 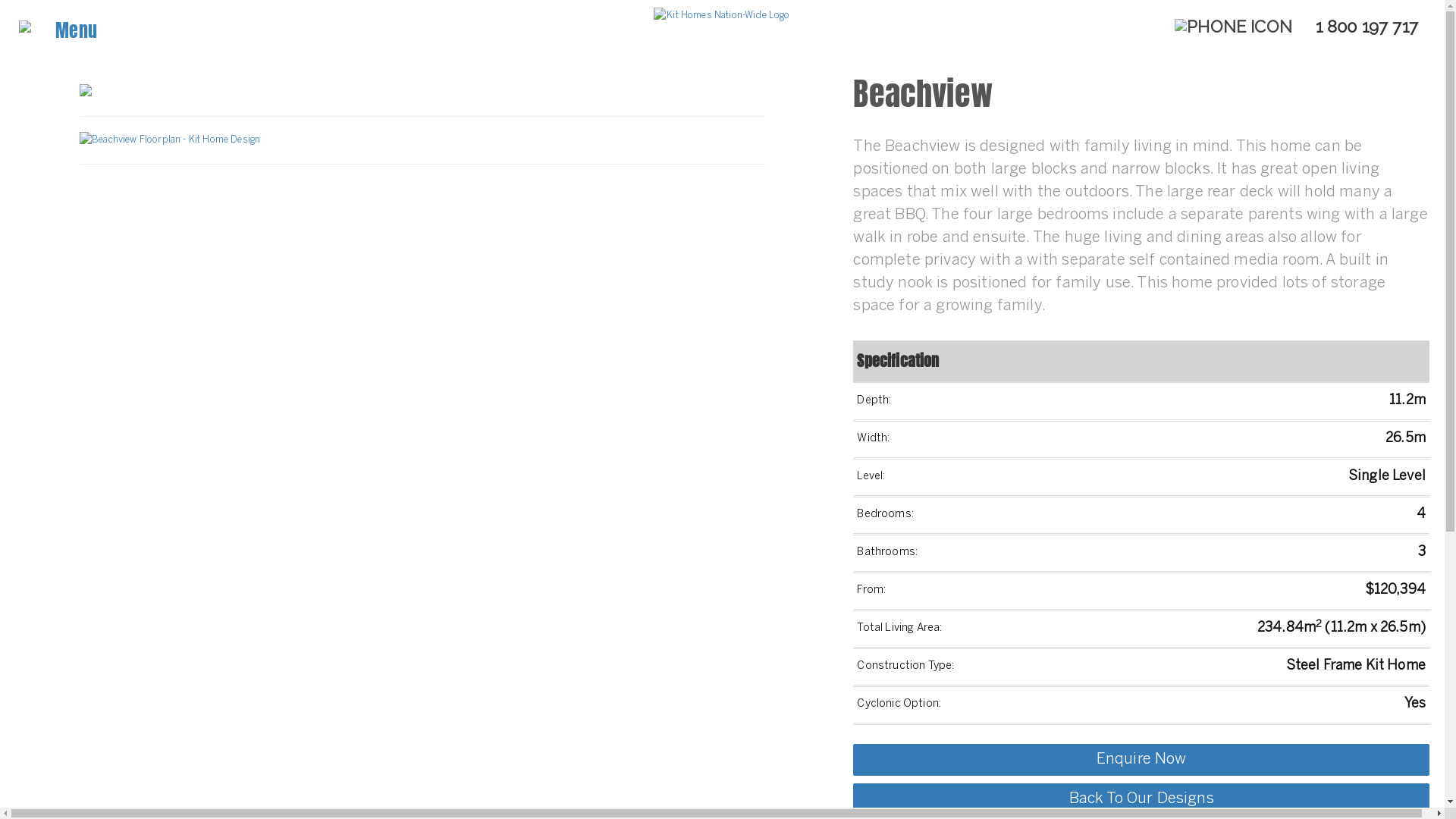 What do you see at coordinates (1295, 27) in the screenshot?
I see `'    1 800 197 717'` at bounding box center [1295, 27].